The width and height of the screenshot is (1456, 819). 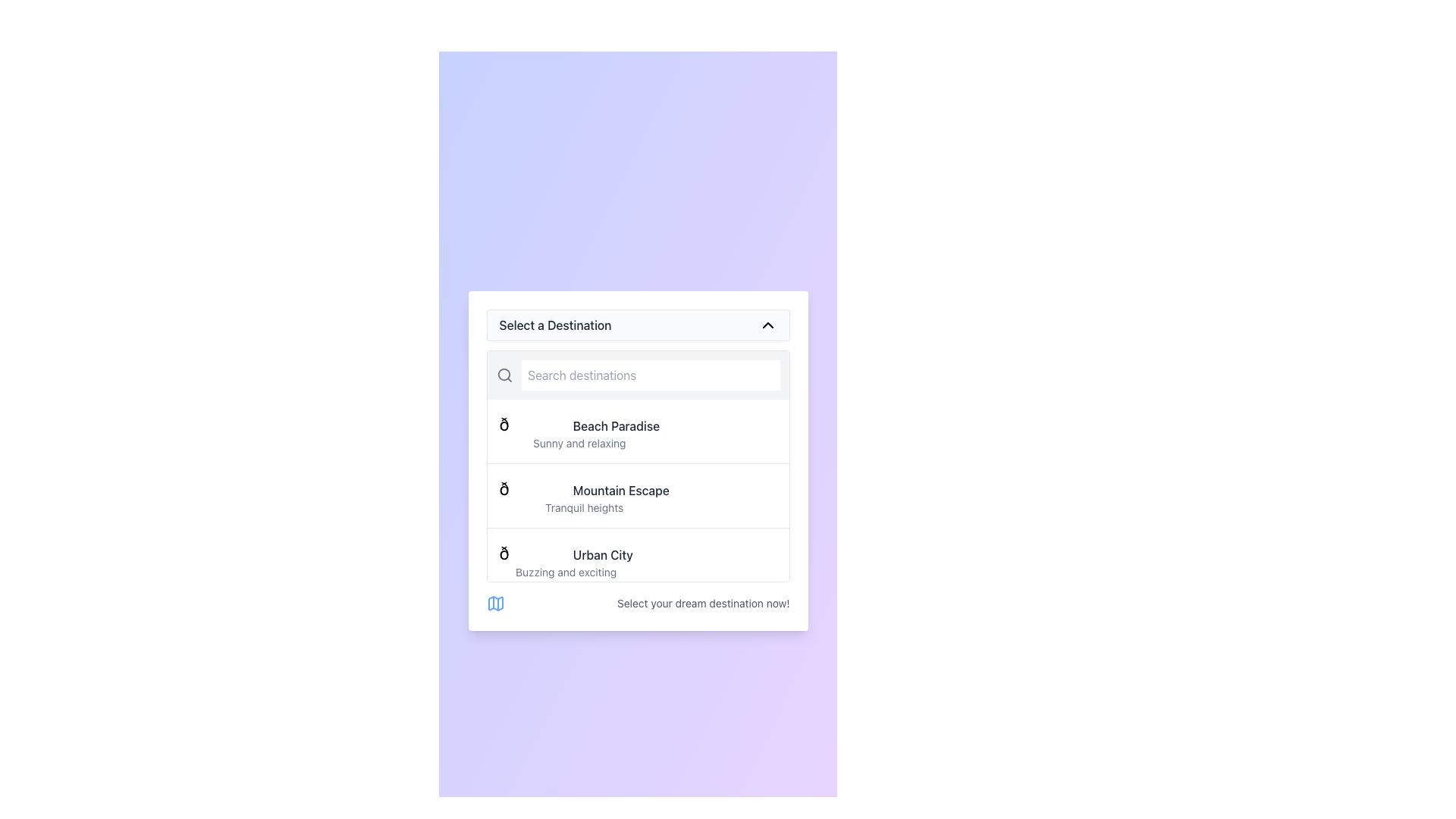 What do you see at coordinates (565, 573) in the screenshot?
I see `descriptive text label located underneath the 'Urban City' heading in the 'Select a Destination' panel` at bounding box center [565, 573].